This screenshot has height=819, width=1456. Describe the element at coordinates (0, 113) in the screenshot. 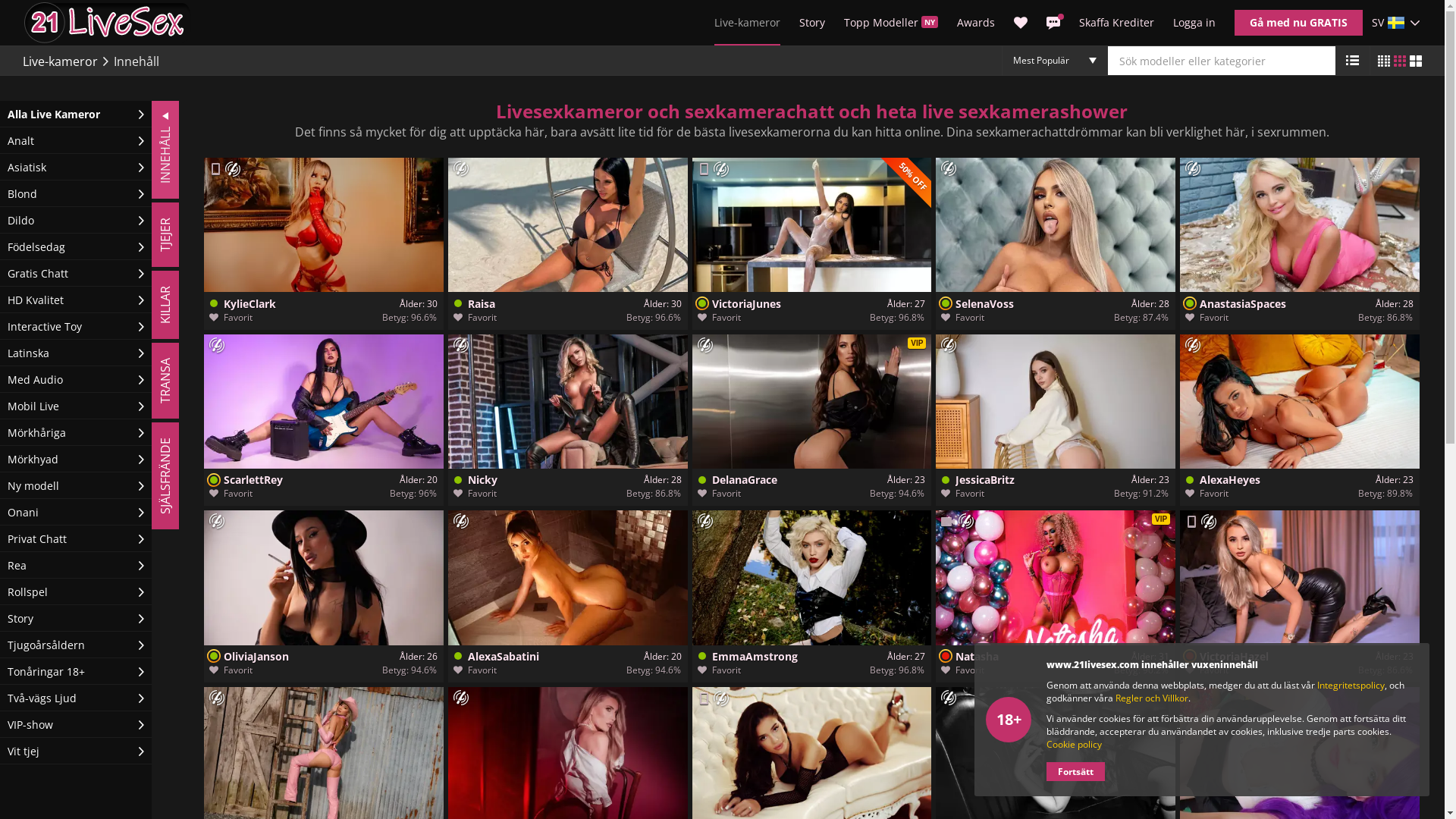

I see `'Alla Live Kameror'` at that location.